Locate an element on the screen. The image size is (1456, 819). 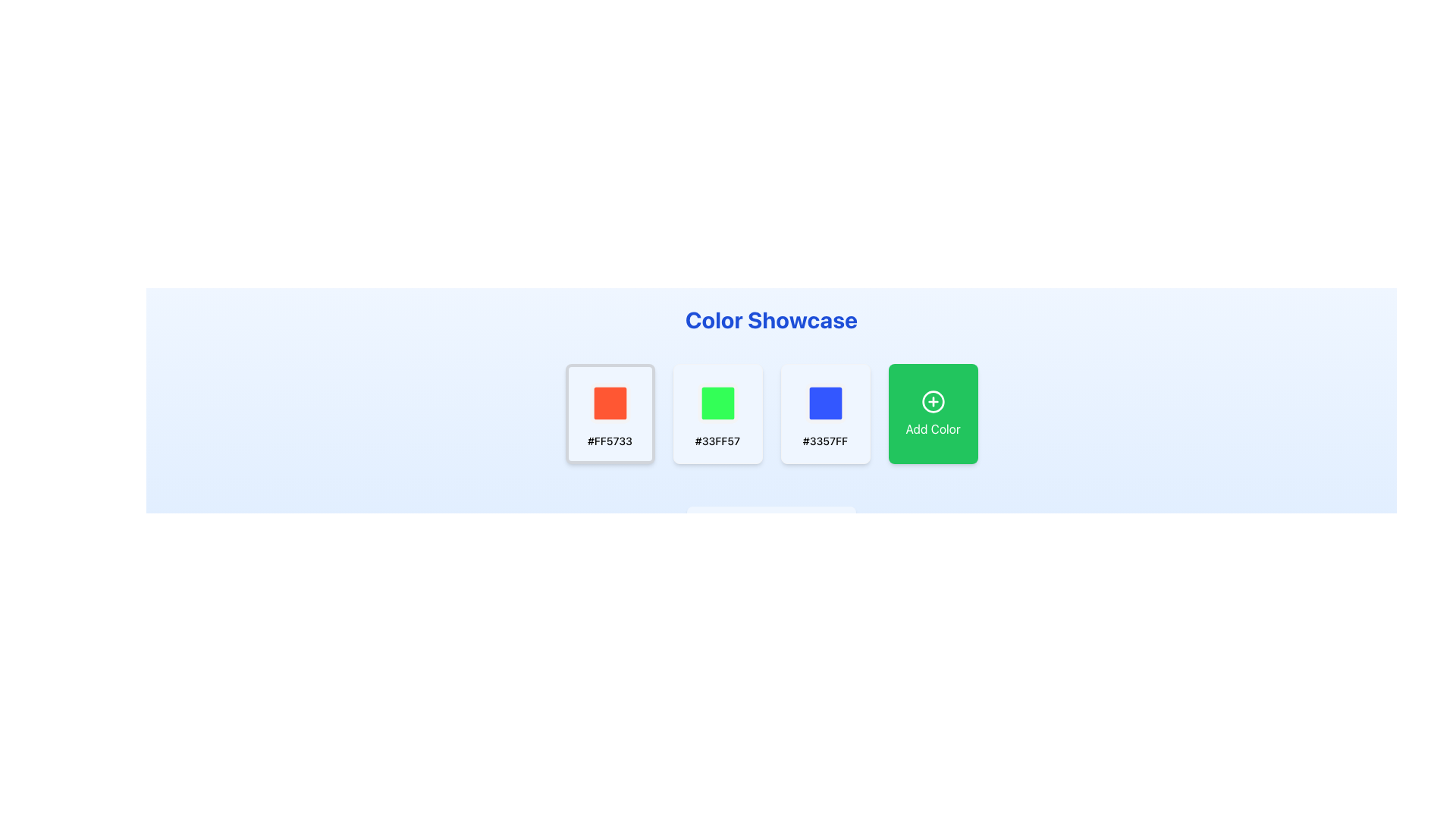
the green 'Add Color' button located in the bottom-right corner of the grid, which contains a white circular plus icon and triggers an action when clicked is located at coordinates (932, 414).